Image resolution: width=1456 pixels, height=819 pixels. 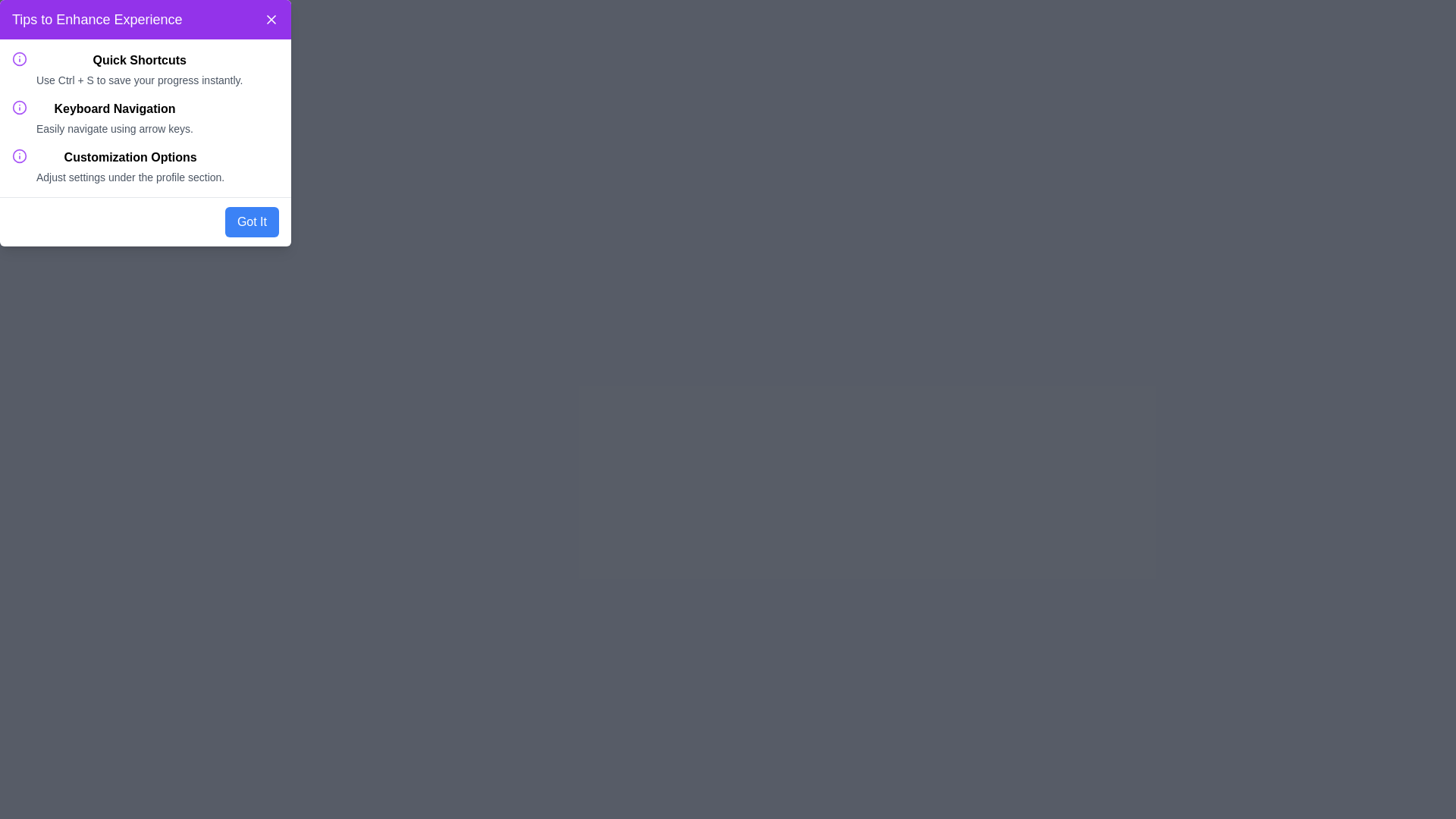 I want to click on the informational section that provides guidance on navigation using arrow keys, positioned between the 'Quick Shortcuts' and 'Customization Options' sections in the modal window, so click(x=146, y=117).